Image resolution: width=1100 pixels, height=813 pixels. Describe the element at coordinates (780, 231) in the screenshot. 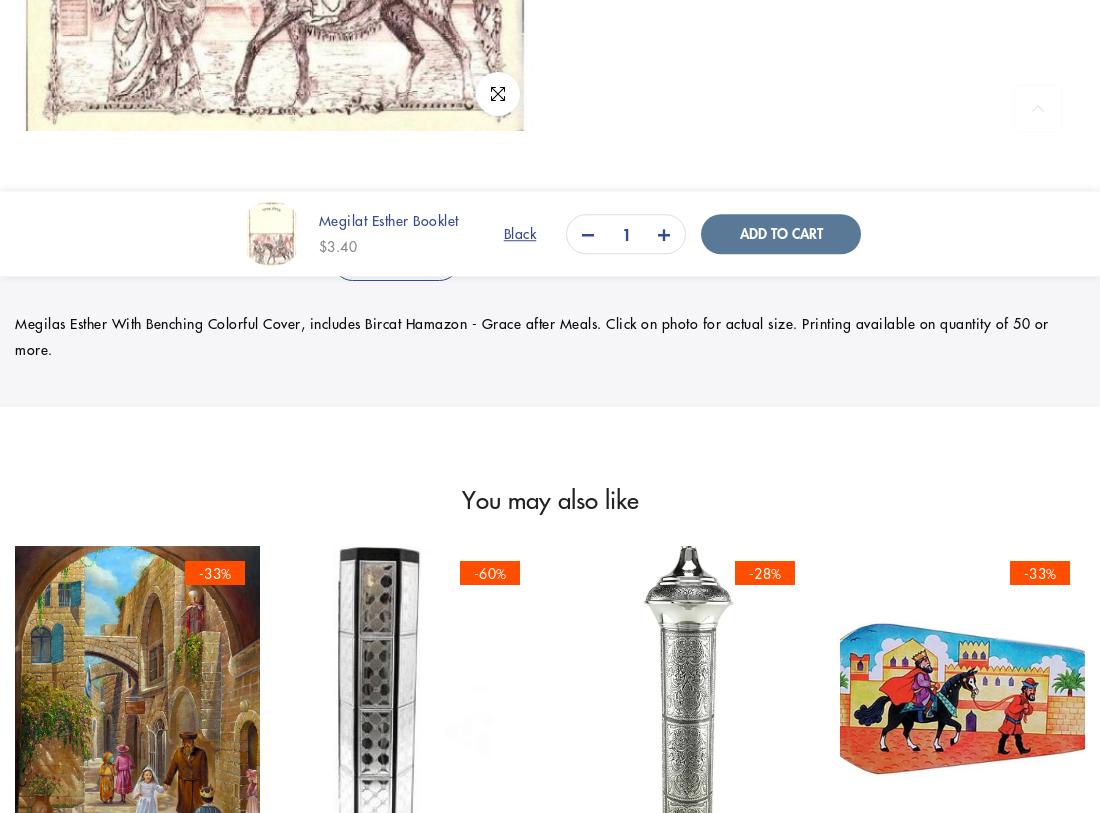

I see `'Add to cart'` at that location.